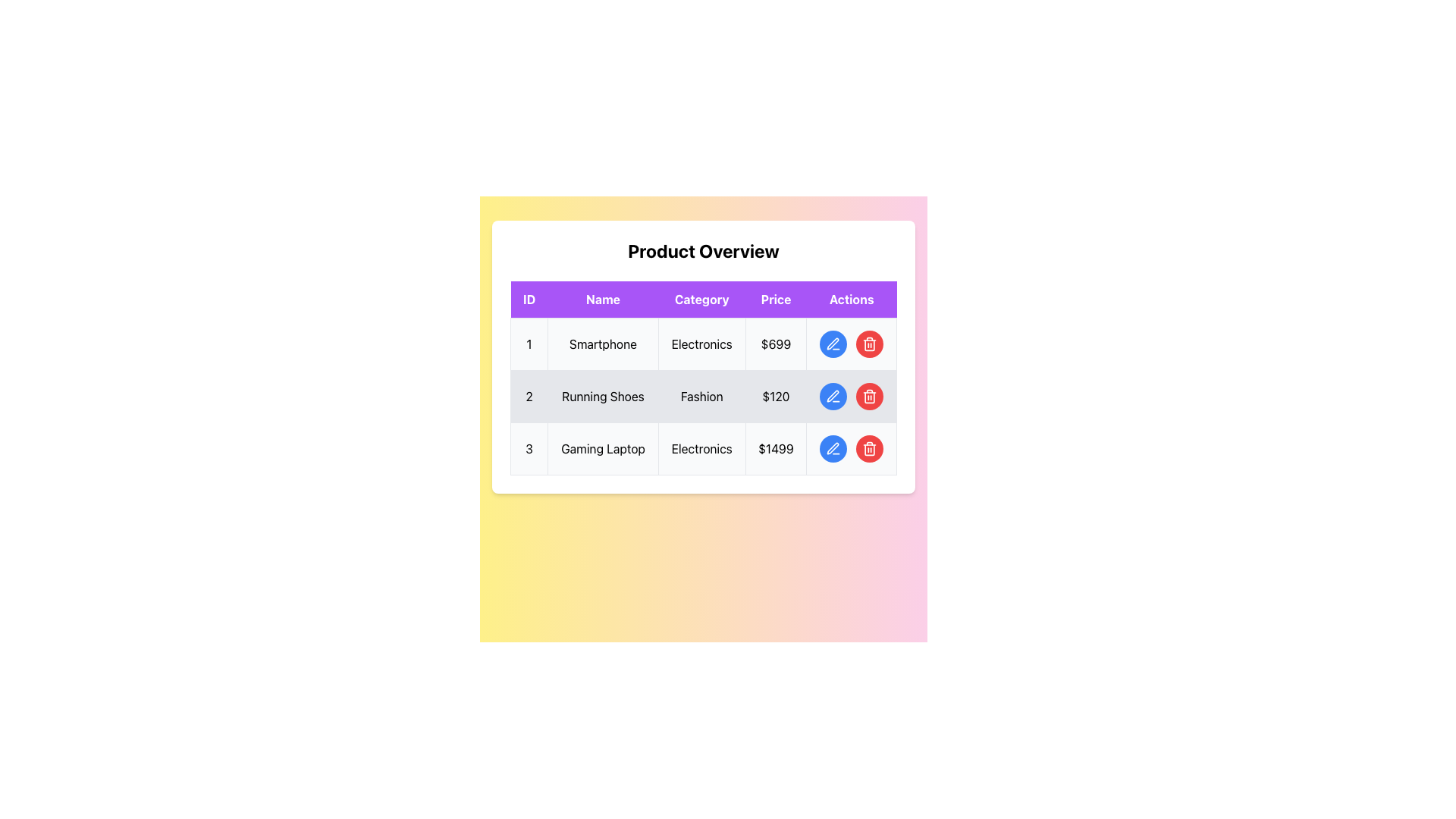 This screenshot has height=819, width=1456. I want to click on the Text Label located in the second column of the second row in the table layout, which indicates the product name associated with the entry, so click(602, 396).